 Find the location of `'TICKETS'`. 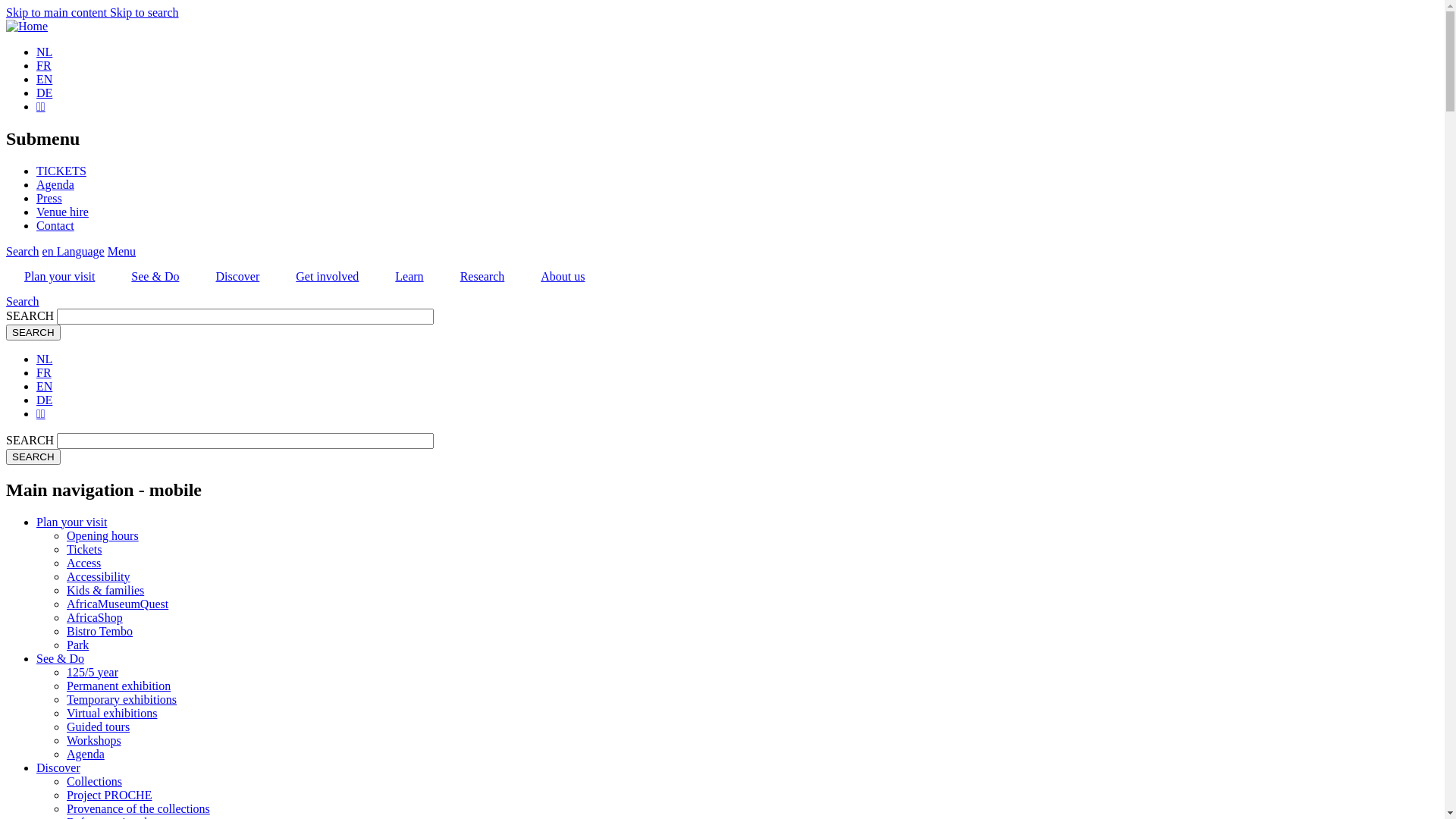

'TICKETS' is located at coordinates (61, 171).